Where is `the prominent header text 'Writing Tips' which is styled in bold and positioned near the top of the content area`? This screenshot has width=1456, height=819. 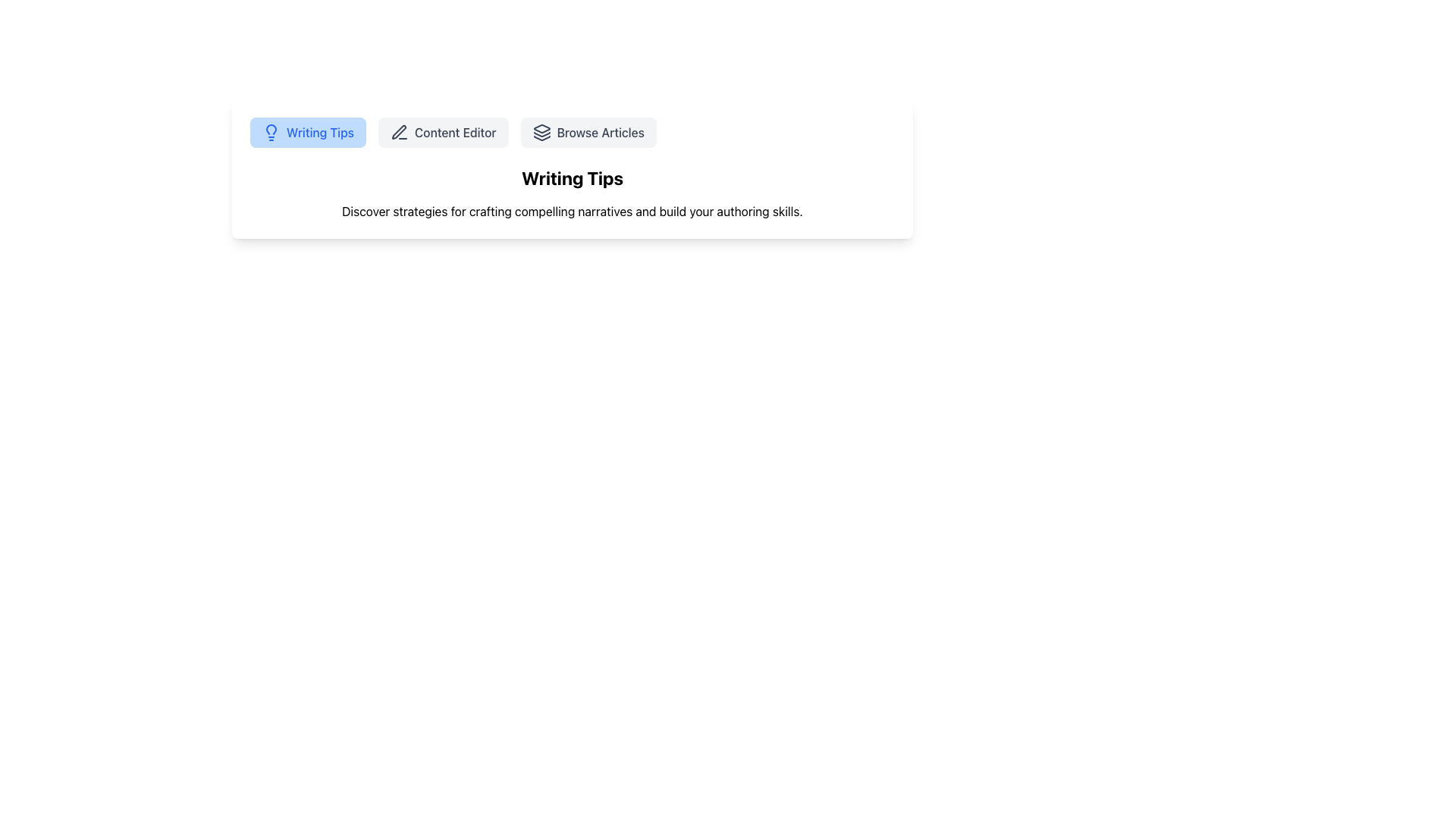
the prominent header text 'Writing Tips' which is styled in bold and positioned near the top of the content area is located at coordinates (571, 177).